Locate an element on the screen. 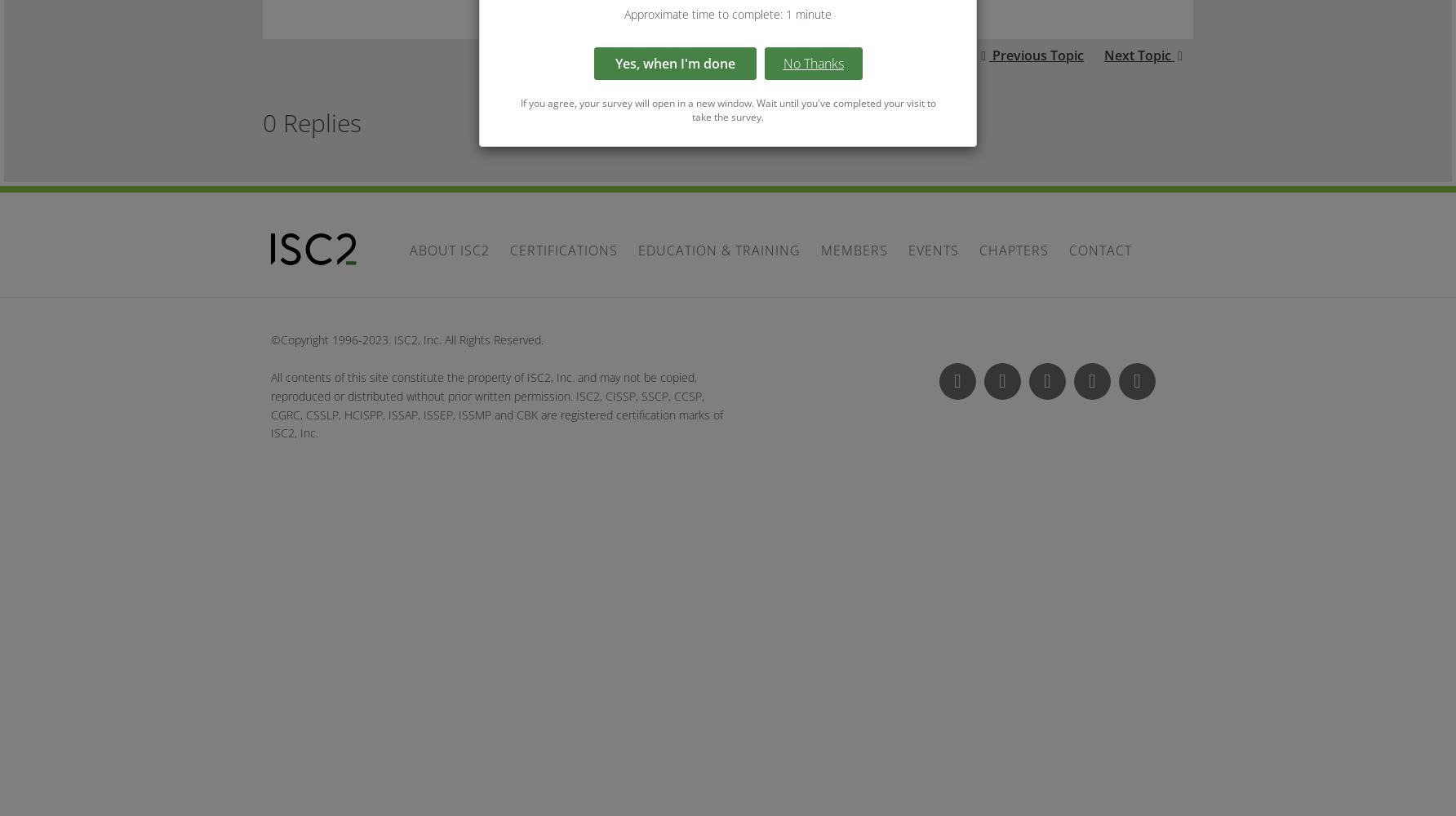  'If you agree, your survey will open in a new window. Wait until you've completed your visit to take the survey.' is located at coordinates (726, 109).